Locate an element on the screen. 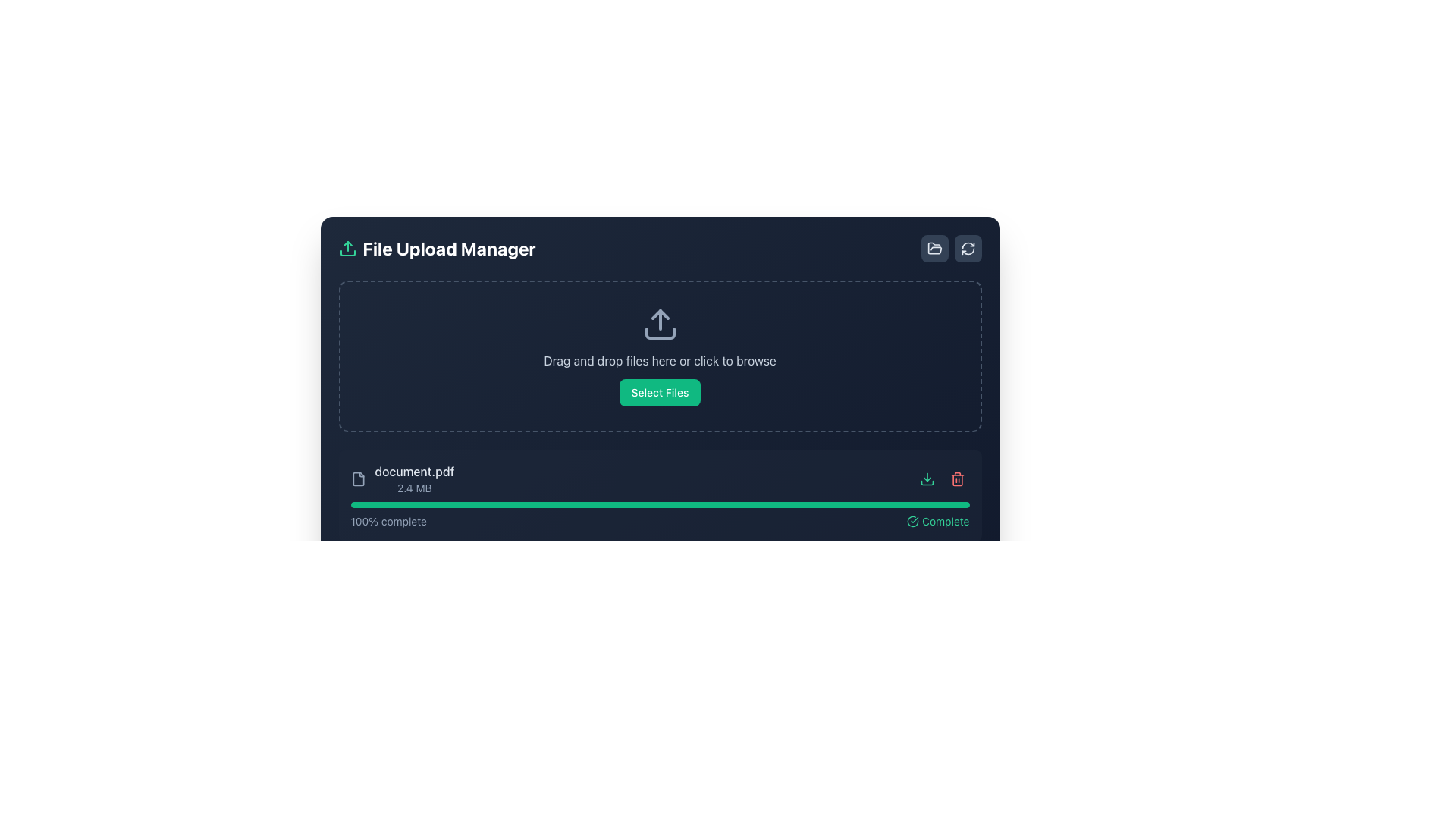 This screenshot has width=1456, height=819. the upwards arrow icon that is prominently displayed in the center of the interface is located at coordinates (660, 324).